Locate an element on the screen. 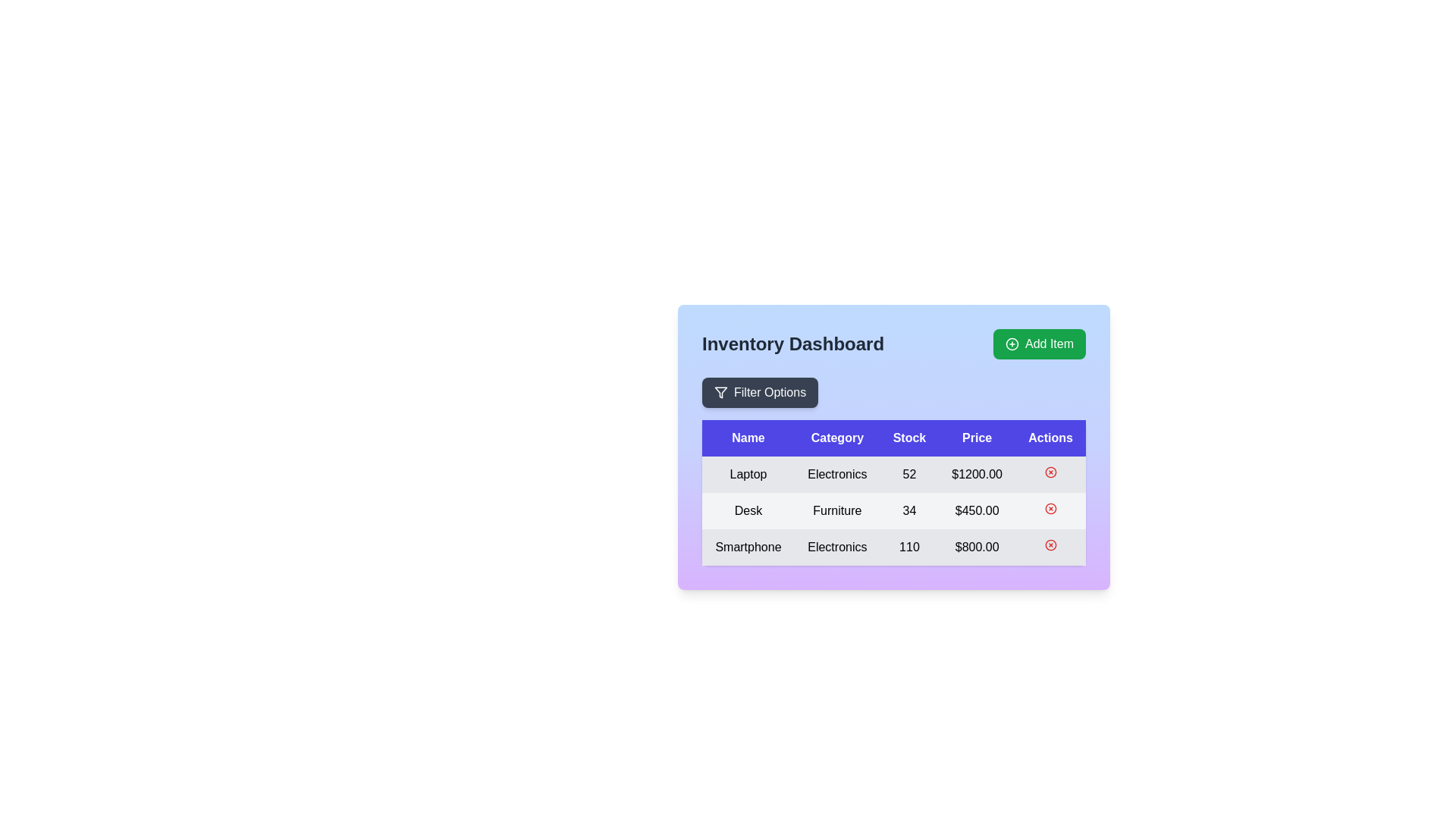 The width and height of the screenshot is (1456, 819). the static text displaying the stock quantity for the 'Laptop' item in the inventory table located in the 'Stock' column of the first row is located at coordinates (909, 473).